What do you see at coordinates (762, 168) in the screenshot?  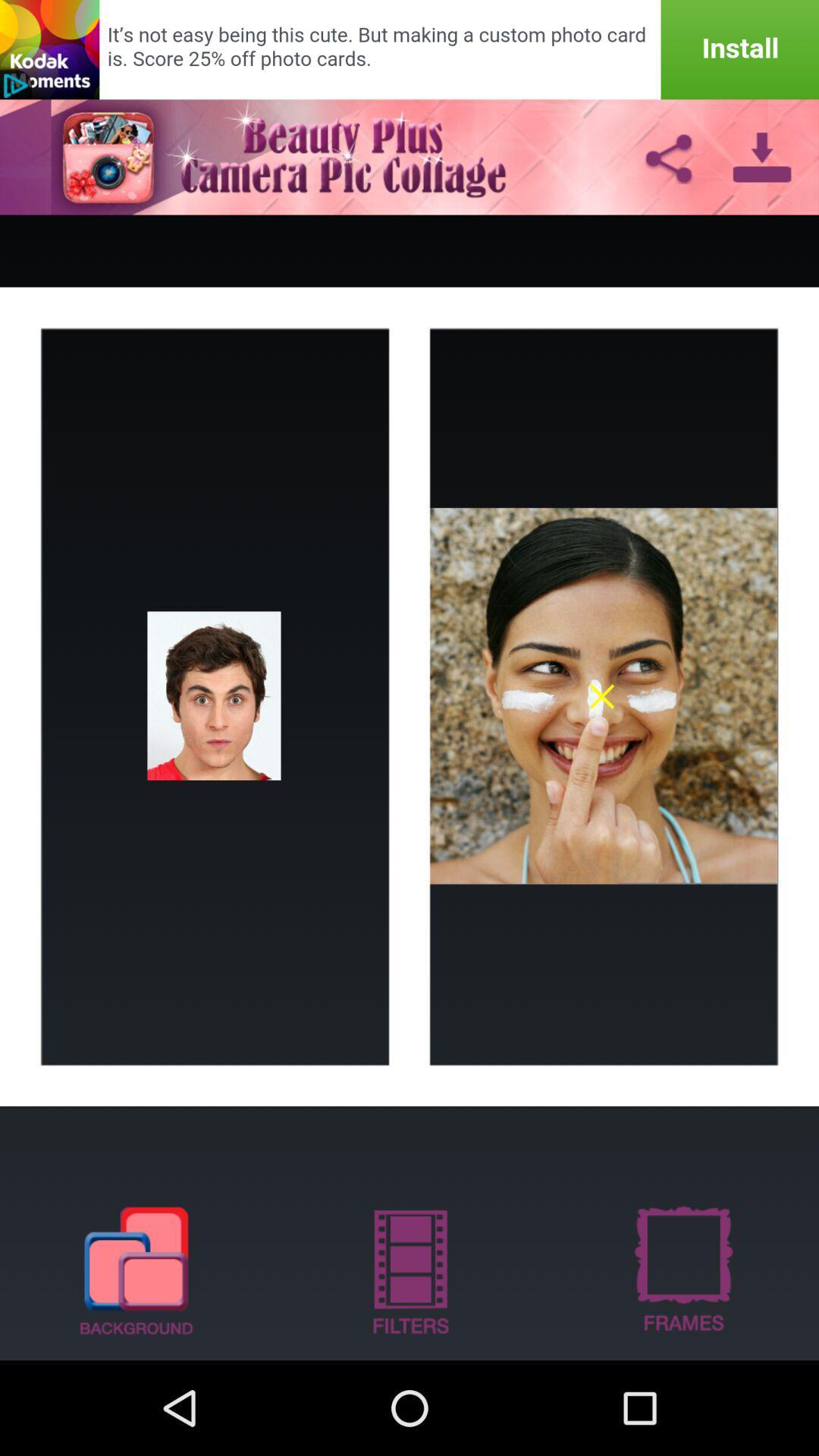 I see `the file_download icon` at bounding box center [762, 168].